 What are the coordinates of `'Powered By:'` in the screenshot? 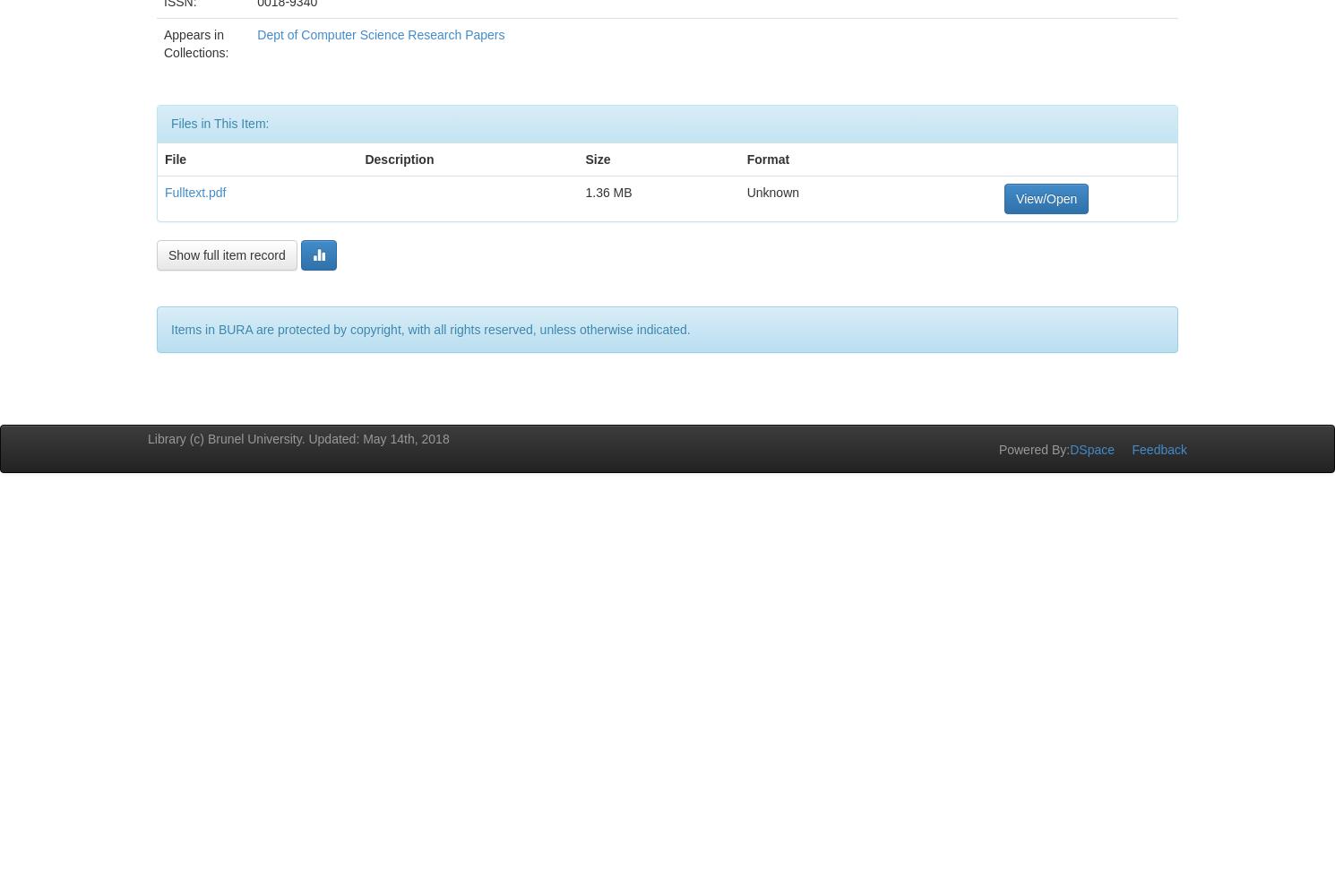 It's located at (1034, 449).